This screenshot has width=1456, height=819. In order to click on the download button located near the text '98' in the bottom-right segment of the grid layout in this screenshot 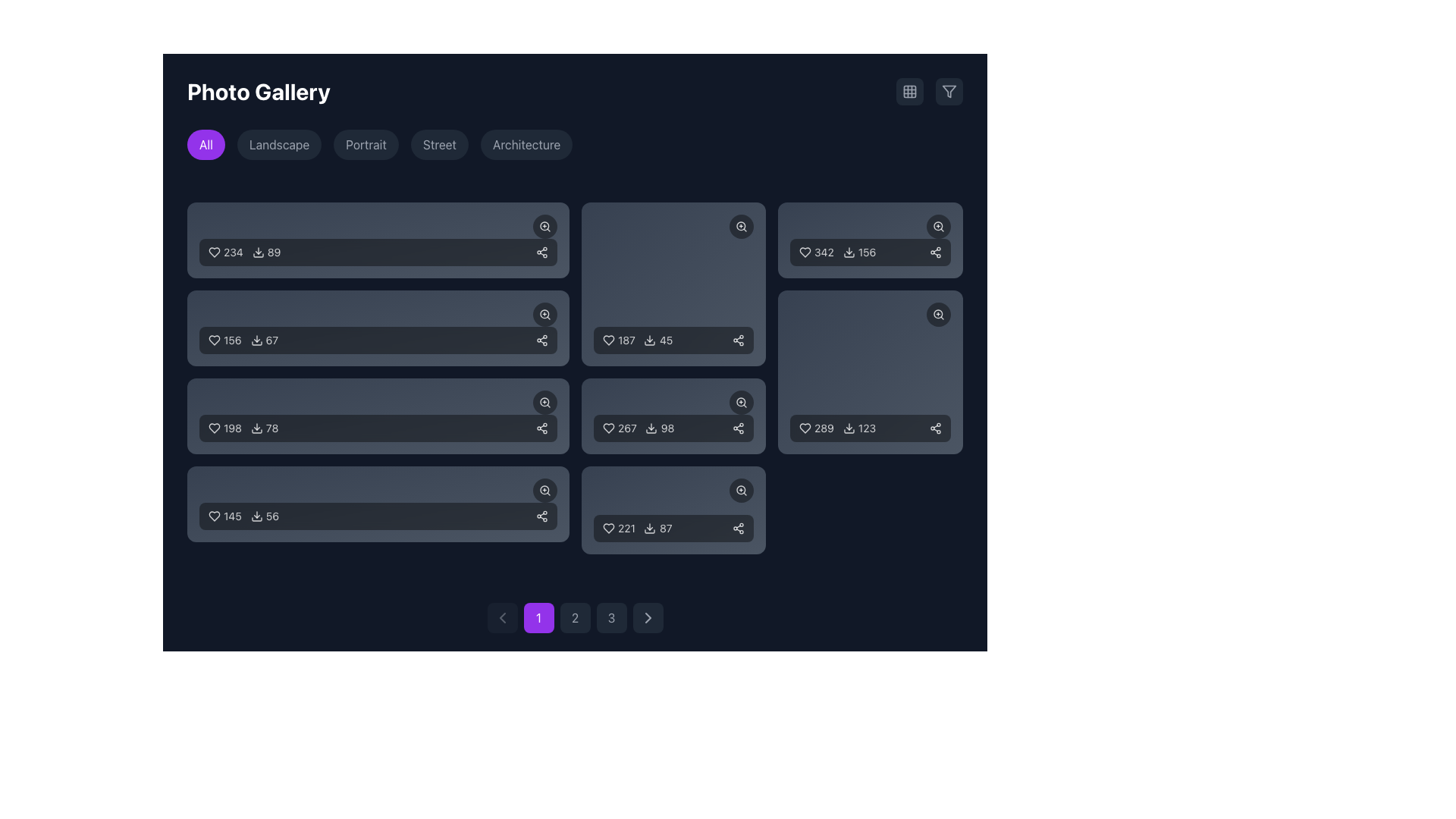, I will do `click(651, 428)`.